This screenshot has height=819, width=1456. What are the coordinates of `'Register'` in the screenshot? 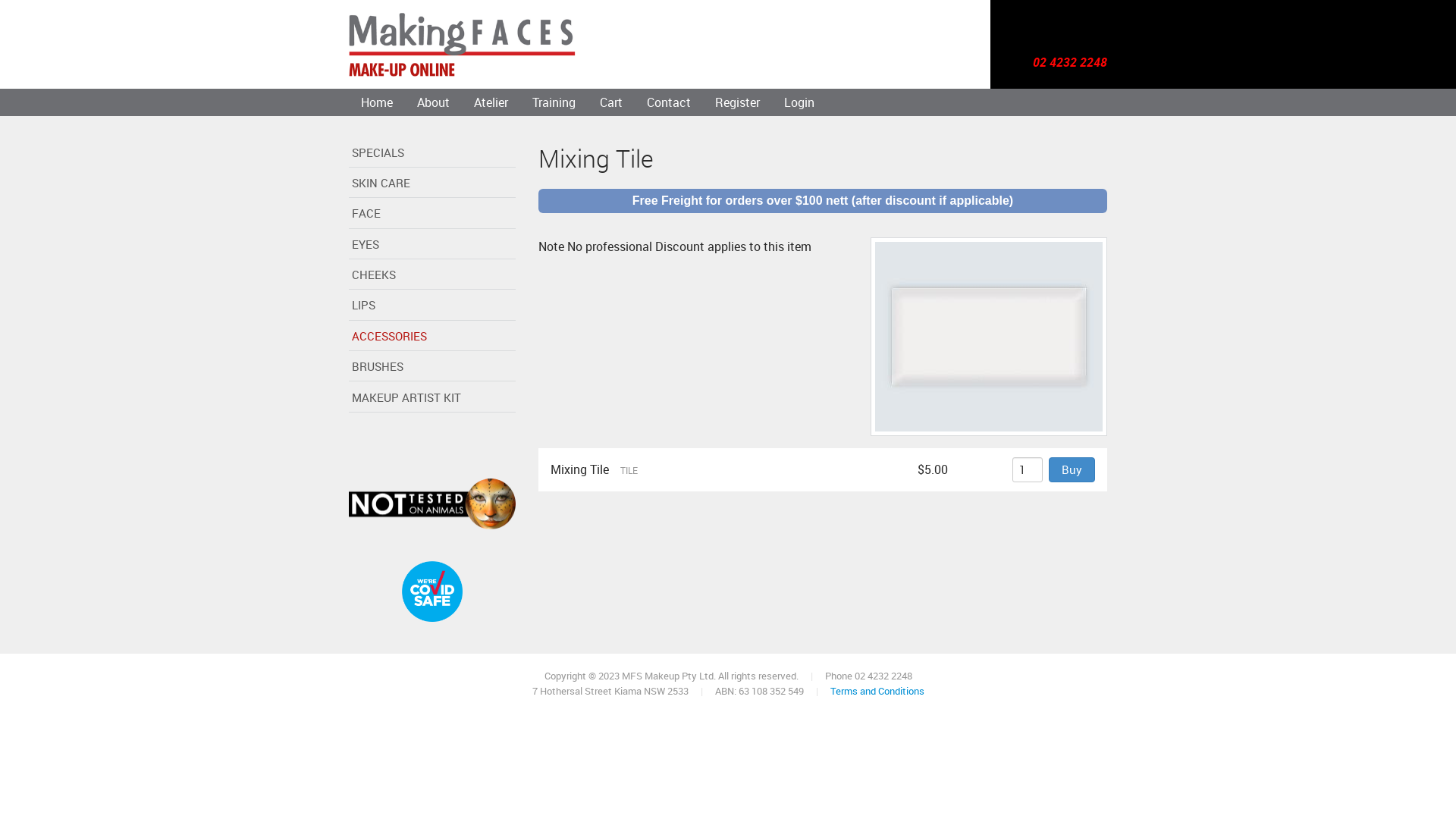 It's located at (737, 102).